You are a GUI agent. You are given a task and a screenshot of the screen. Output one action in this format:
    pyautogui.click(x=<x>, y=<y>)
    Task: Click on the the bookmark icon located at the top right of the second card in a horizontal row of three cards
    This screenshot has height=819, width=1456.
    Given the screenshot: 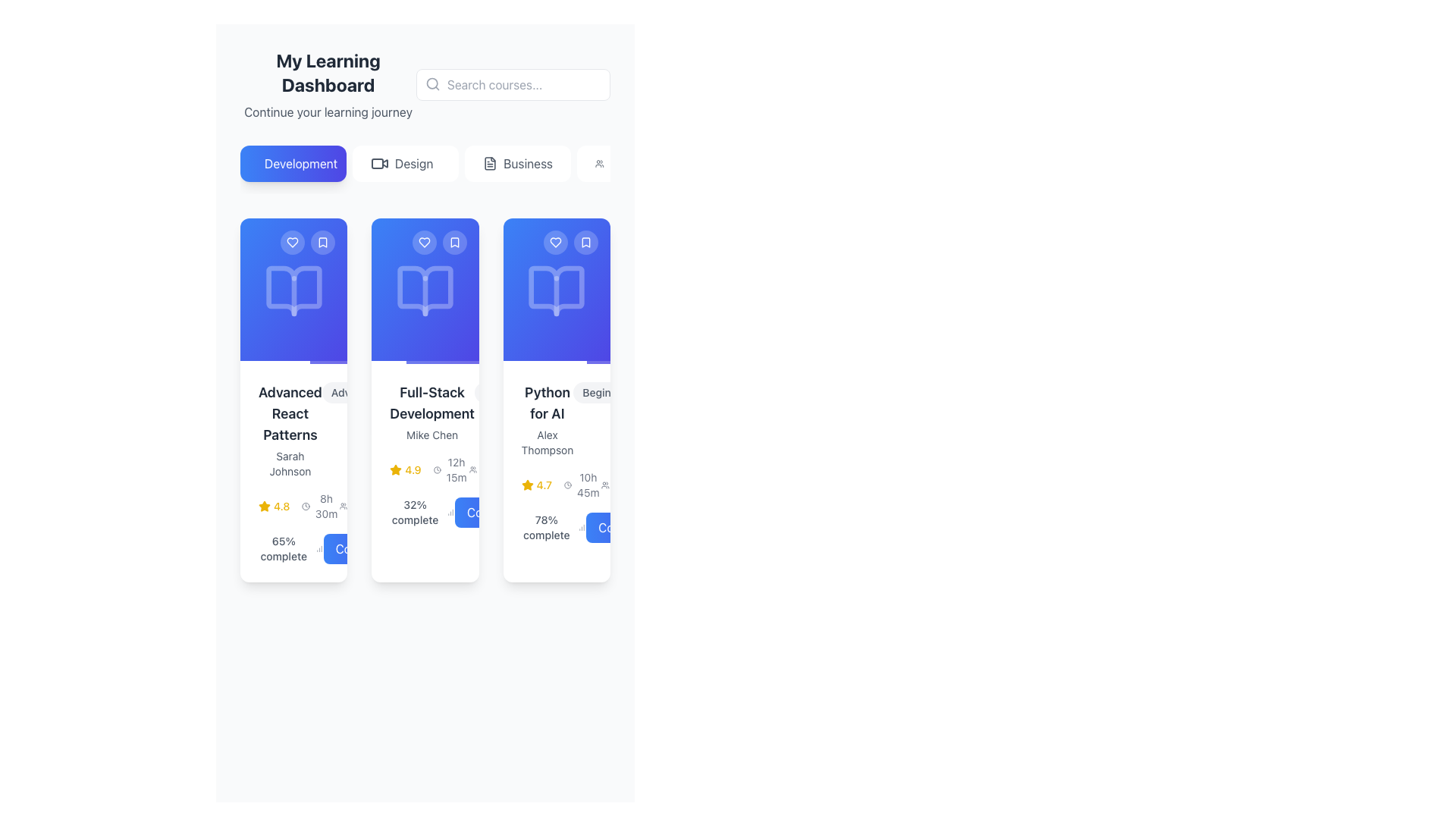 What is the action you would take?
    pyautogui.click(x=322, y=242)
    